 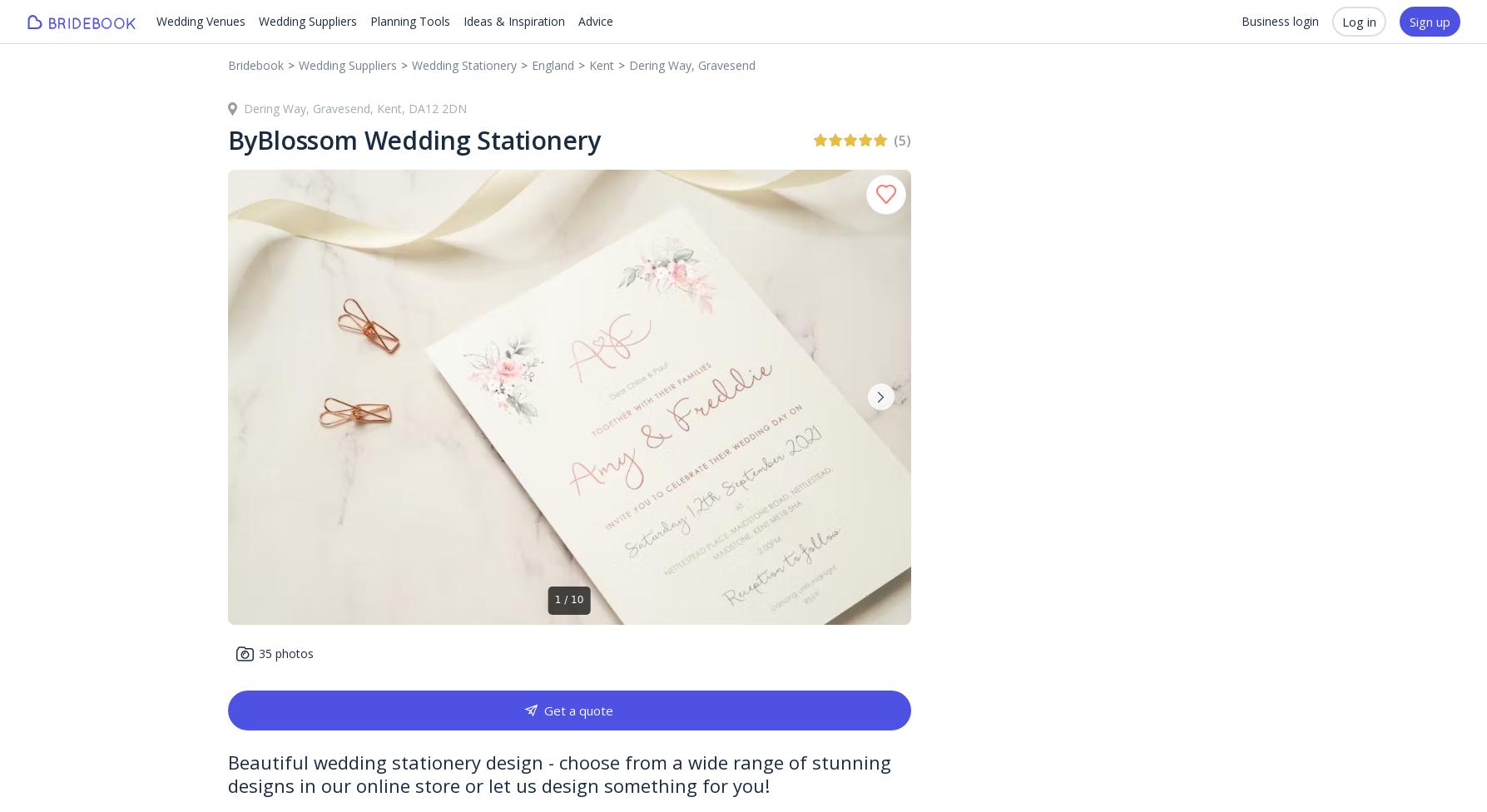 I want to click on 'ByBlossom Wedding Stationery', so click(x=226, y=139).